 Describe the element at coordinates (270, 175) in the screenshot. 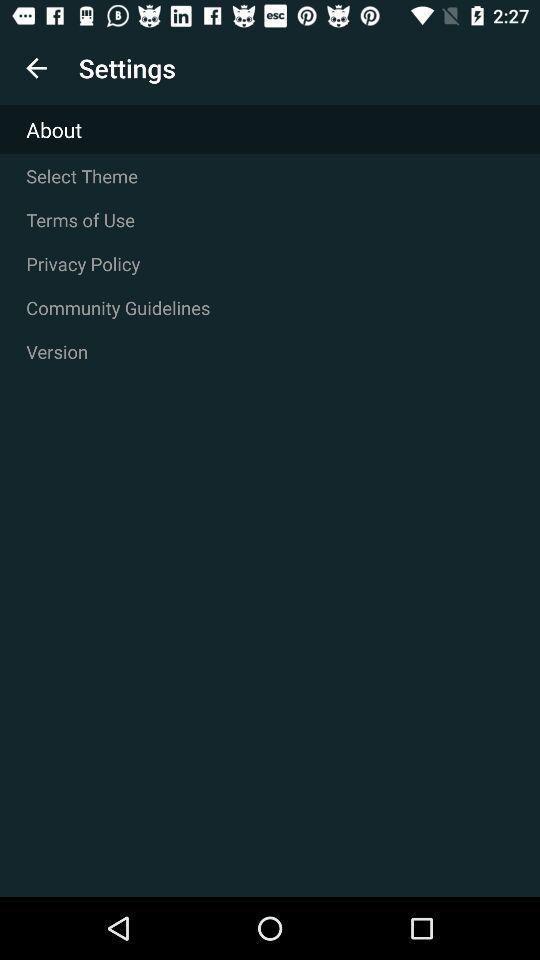

I see `icon above the terms of use item` at that location.